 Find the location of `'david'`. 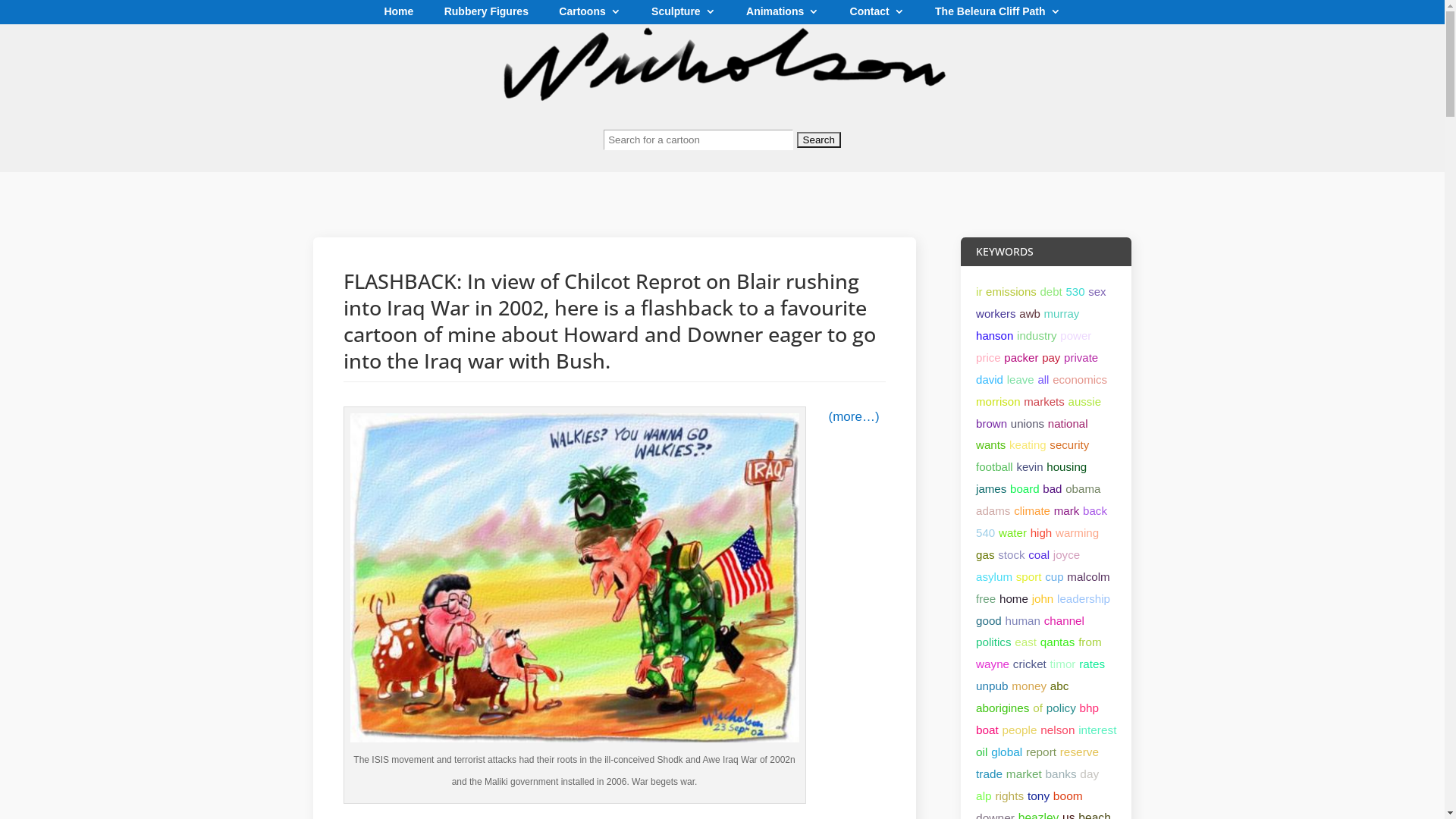

'david' is located at coordinates (990, 378).